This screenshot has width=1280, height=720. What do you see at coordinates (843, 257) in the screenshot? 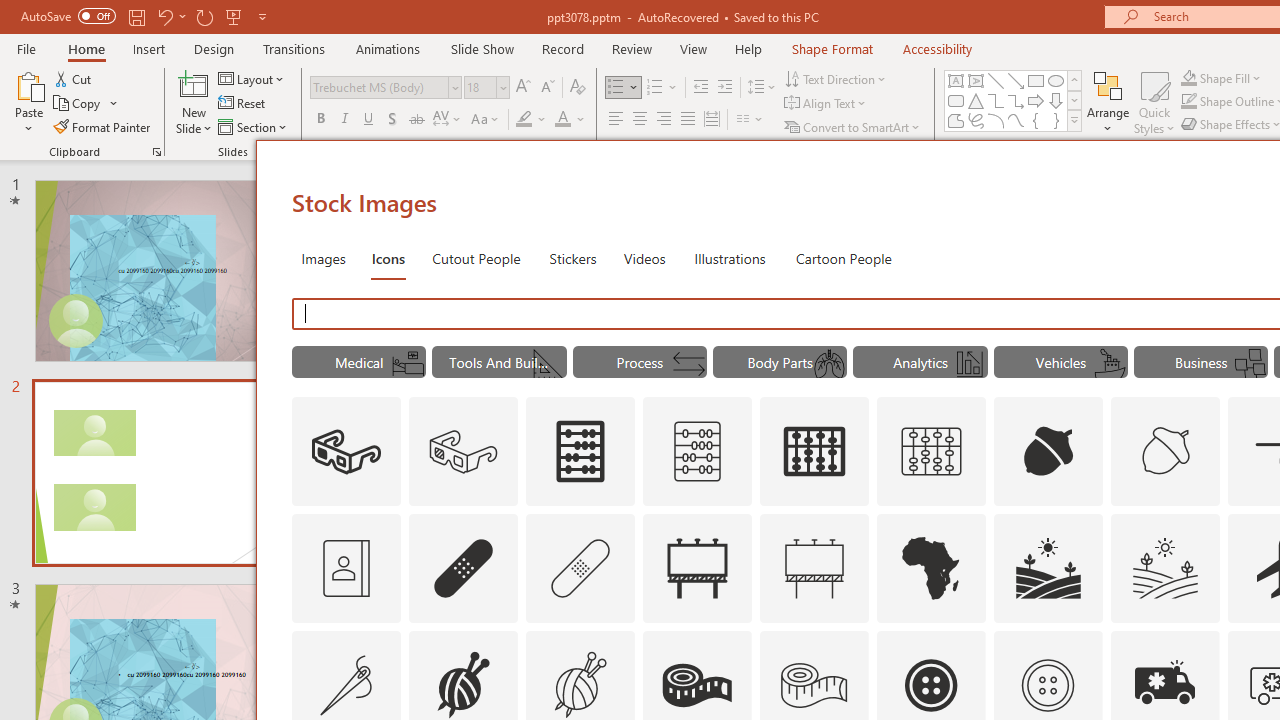
I see `'Cartoon People'` at bounding box center [843, 257].